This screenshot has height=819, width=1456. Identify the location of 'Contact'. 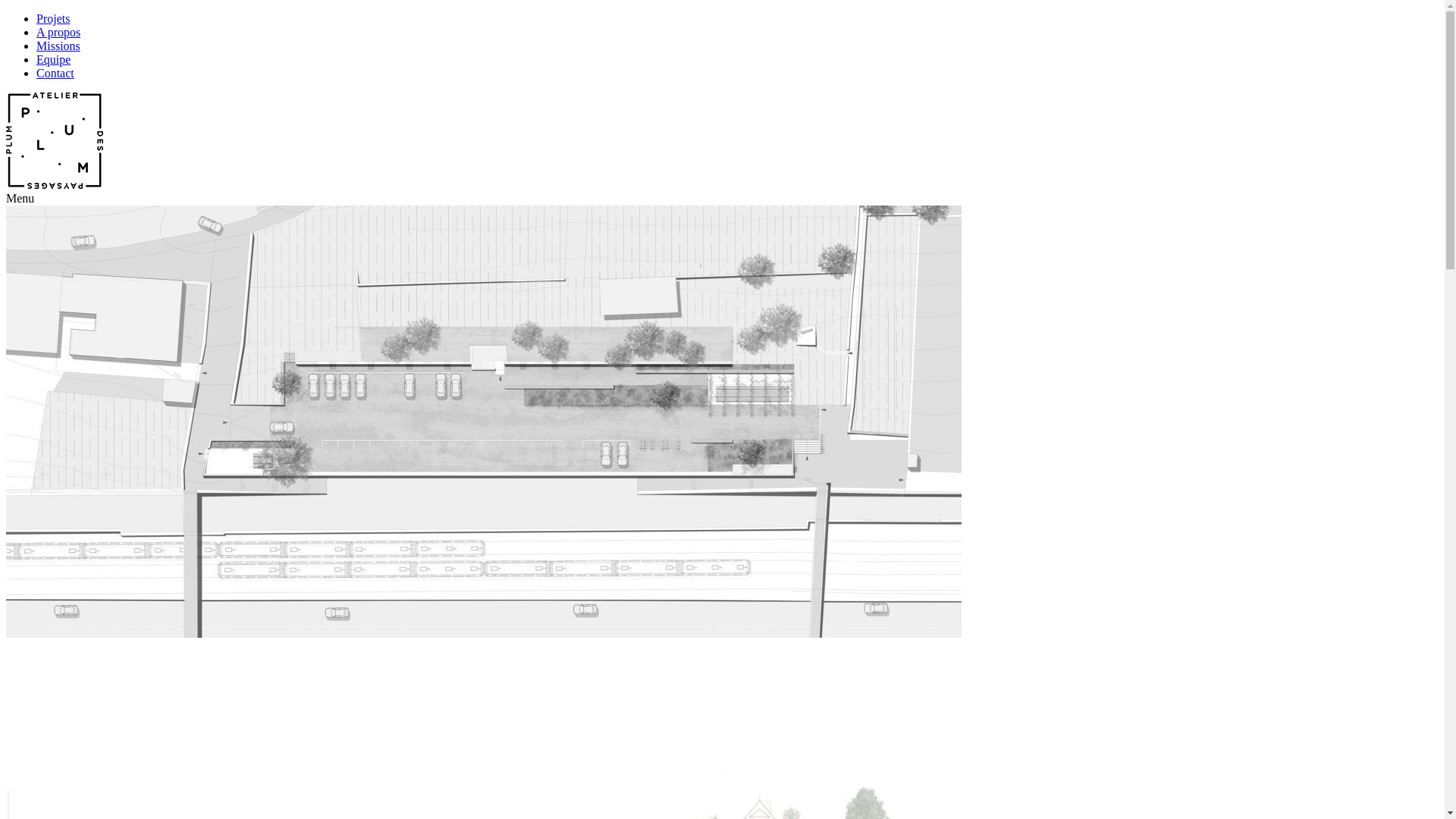
(36, 73).